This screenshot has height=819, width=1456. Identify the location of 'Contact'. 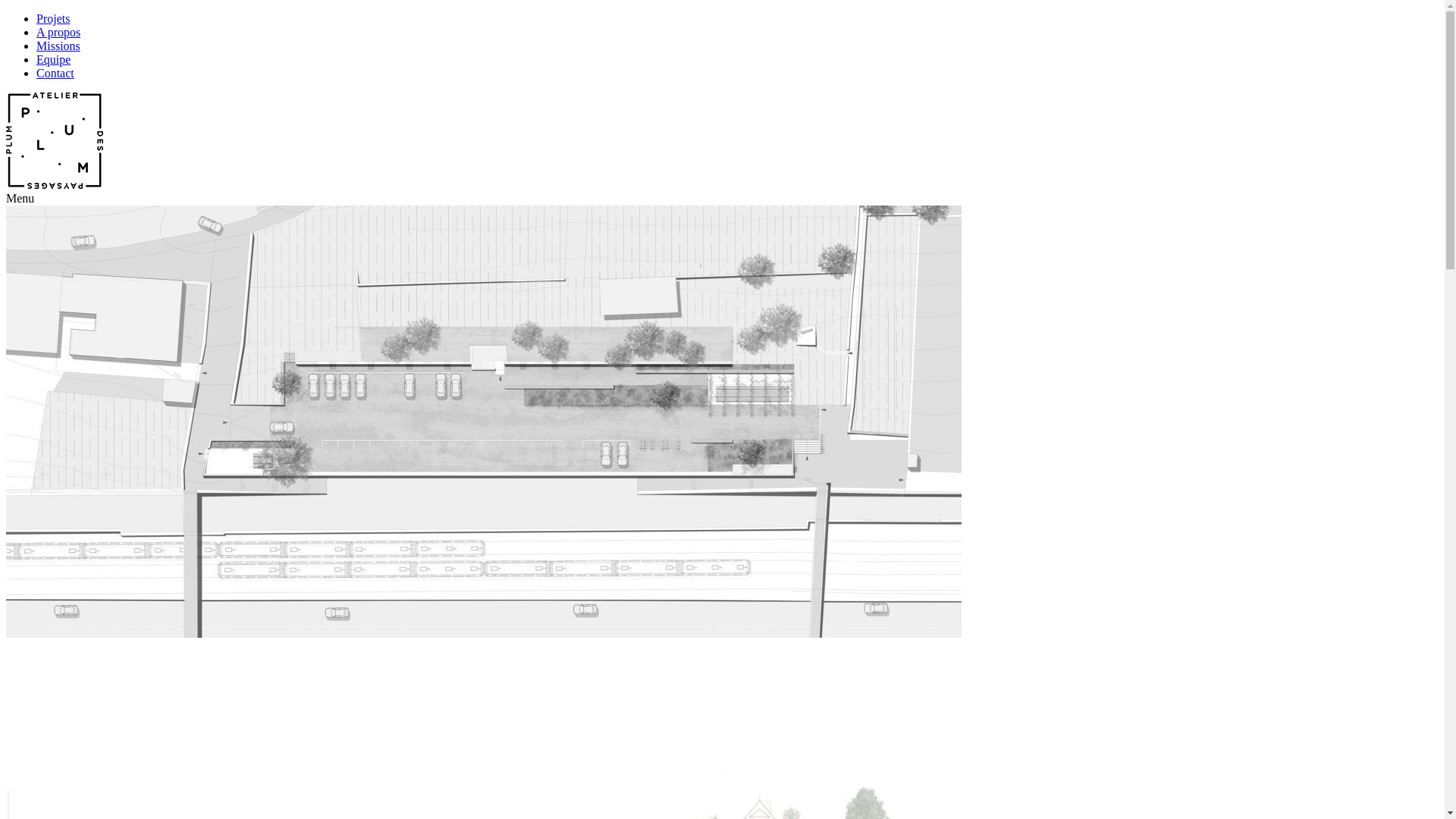
(36, 73).